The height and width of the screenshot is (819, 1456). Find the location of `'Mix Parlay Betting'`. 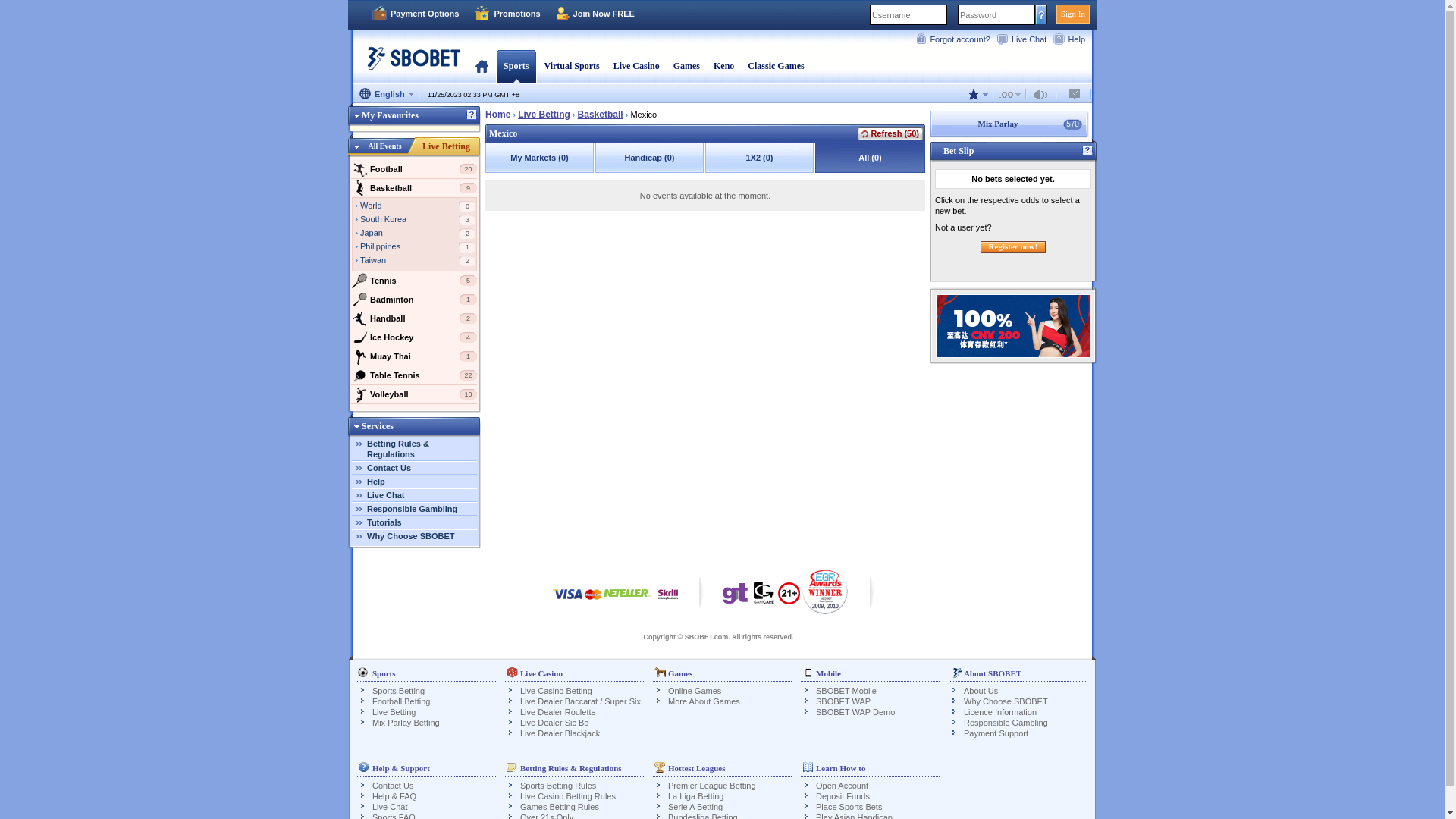

'Mix Parlay Betting' is located at coordinates (406, 721).